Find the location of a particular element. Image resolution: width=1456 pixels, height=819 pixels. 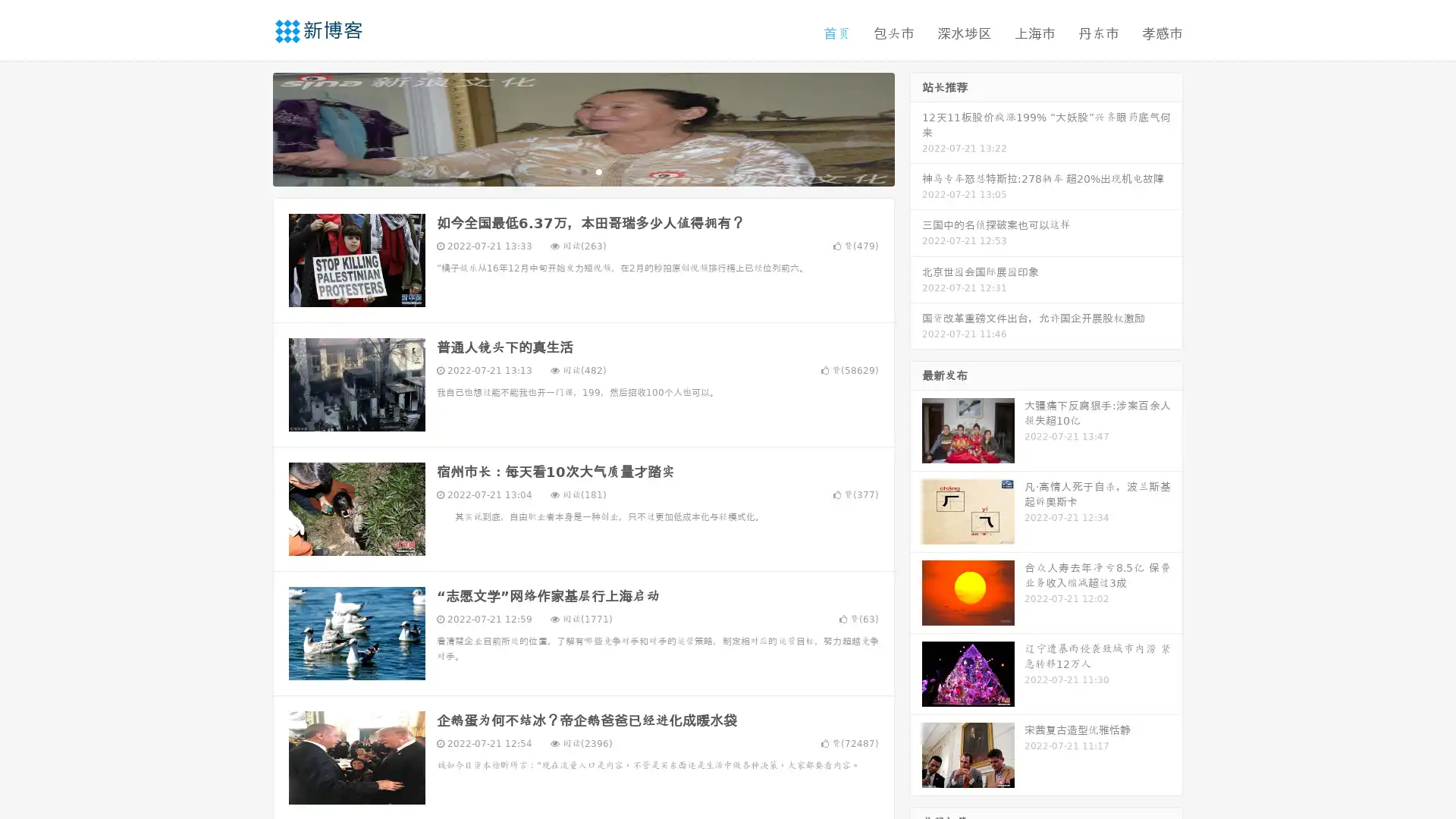

Go to slide 3 is located at coordinates (598, 171).